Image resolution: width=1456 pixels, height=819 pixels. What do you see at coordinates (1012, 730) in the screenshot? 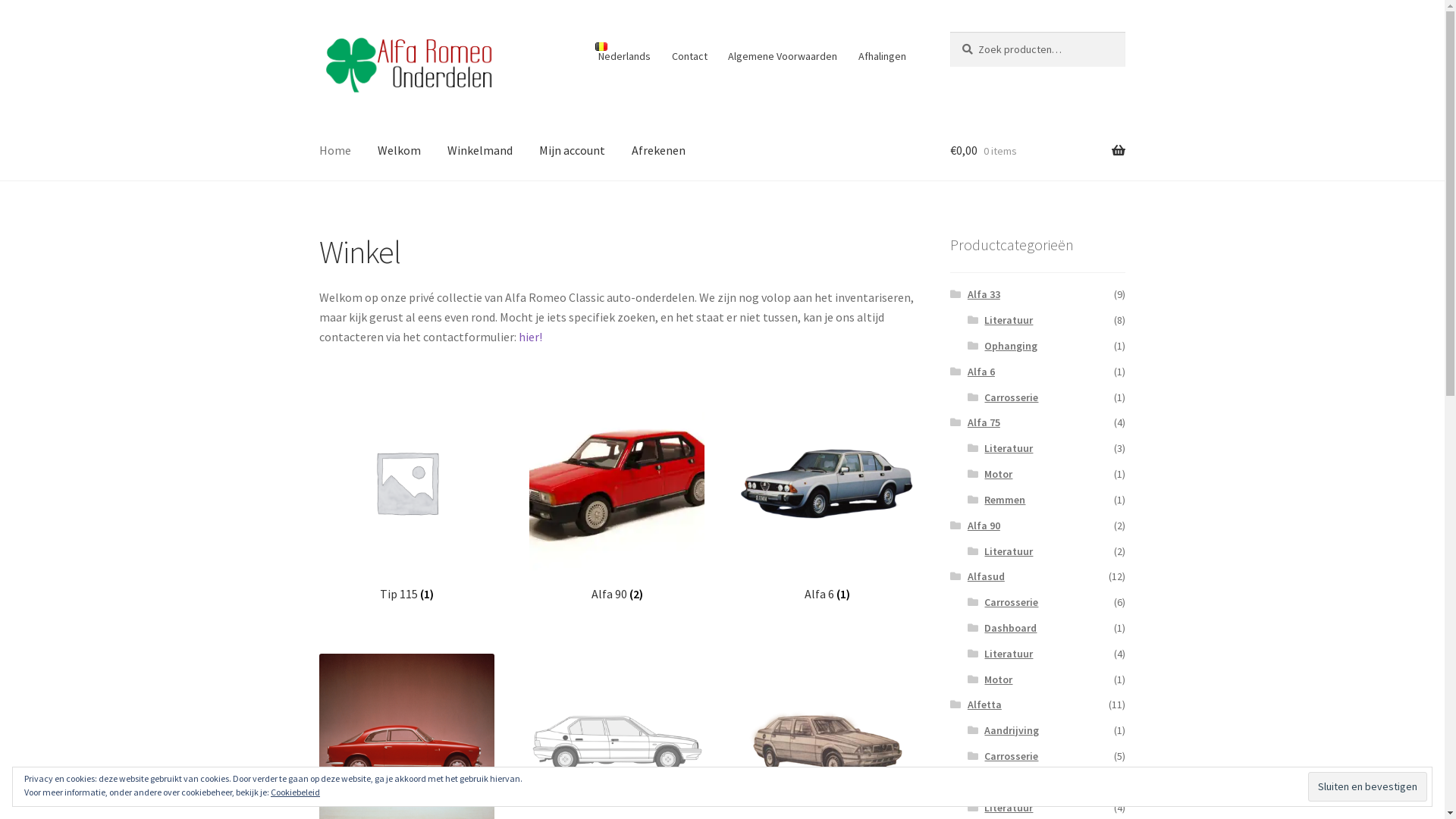
I see `'Aandrijving'` at bounding box center [1012, 730].